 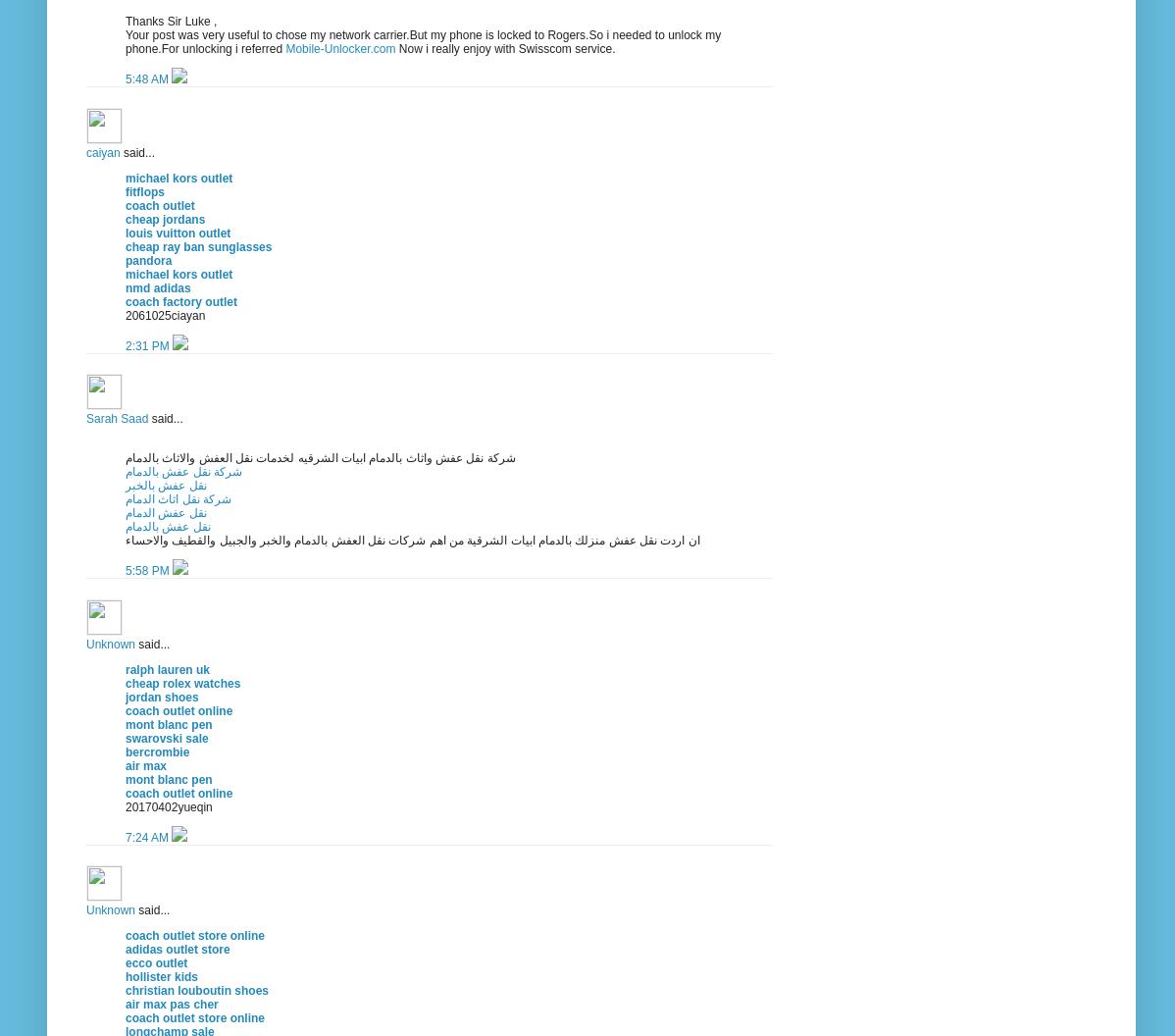 I want to click on 'Mobile-Unlocker.com', so click(x=338, y=48).